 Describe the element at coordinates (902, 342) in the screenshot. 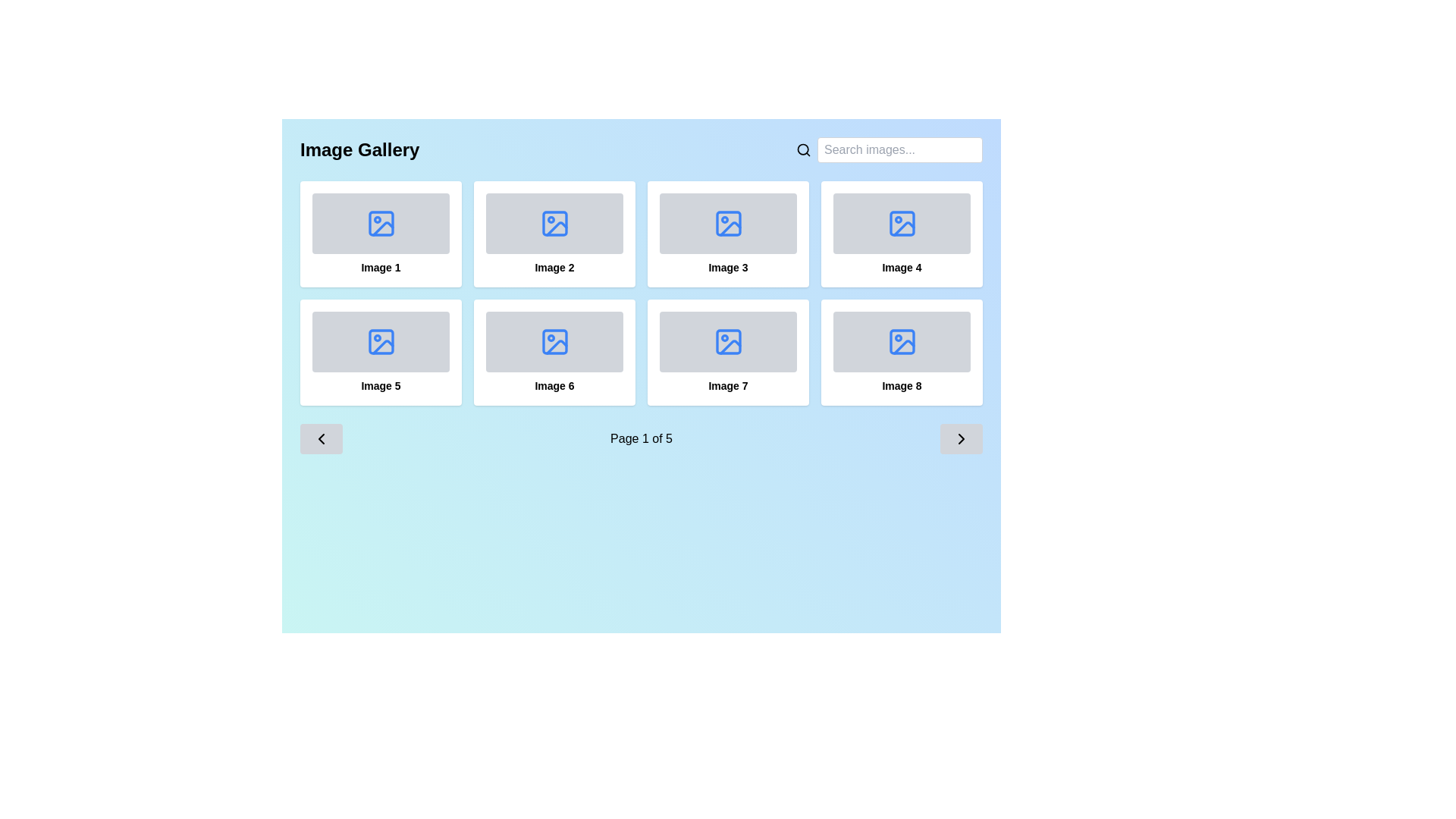

I see `the blue-colored image placeholder icon located at the bottom-right of the grid layout` at that location.